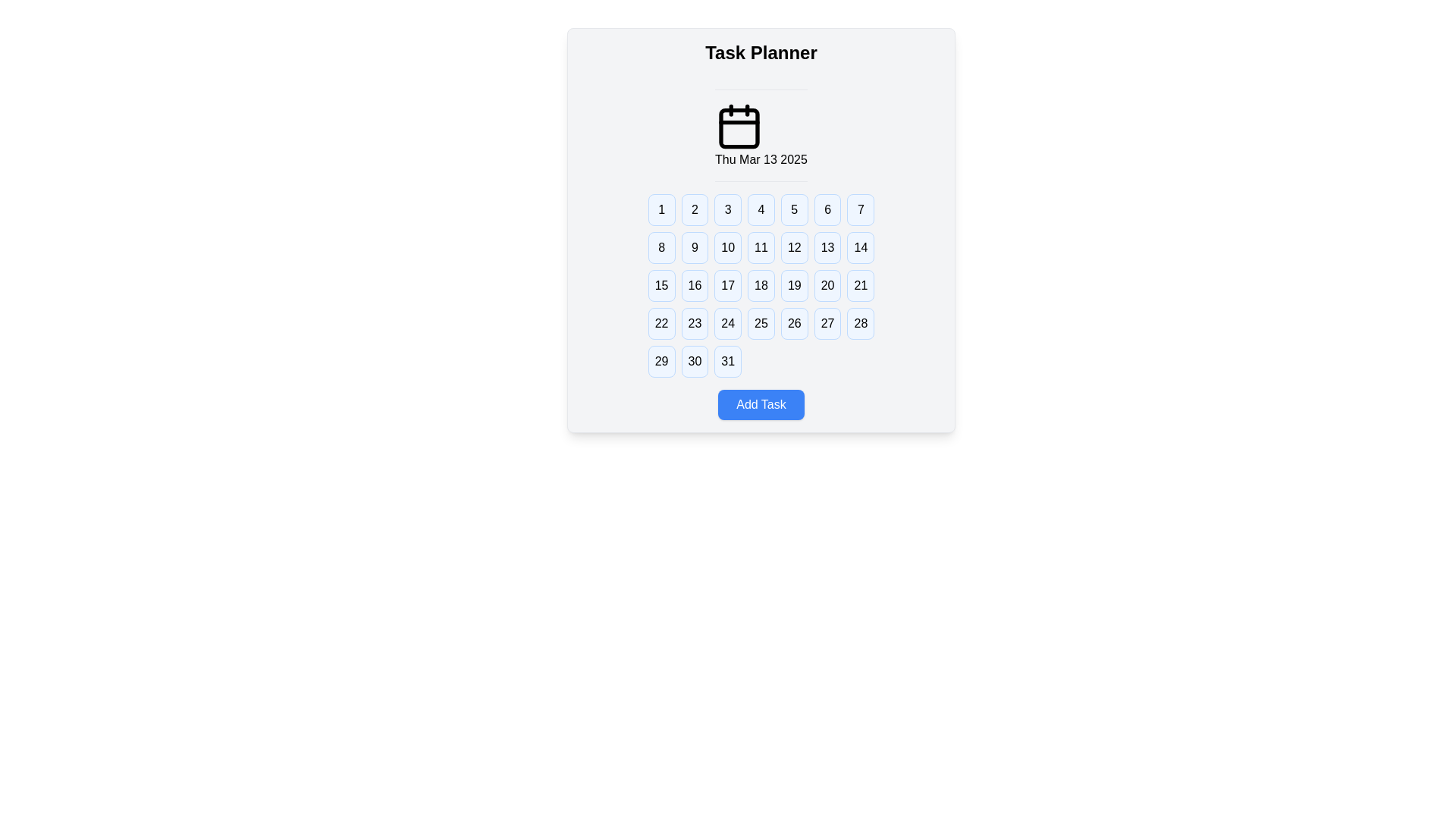 This screenshot has width=1456, height=819. Describe the element at coordinates (728, 247) in the screenshot. I see `the selectable calendar day cell representing the 10th day of the month for extended selection options` at that location.